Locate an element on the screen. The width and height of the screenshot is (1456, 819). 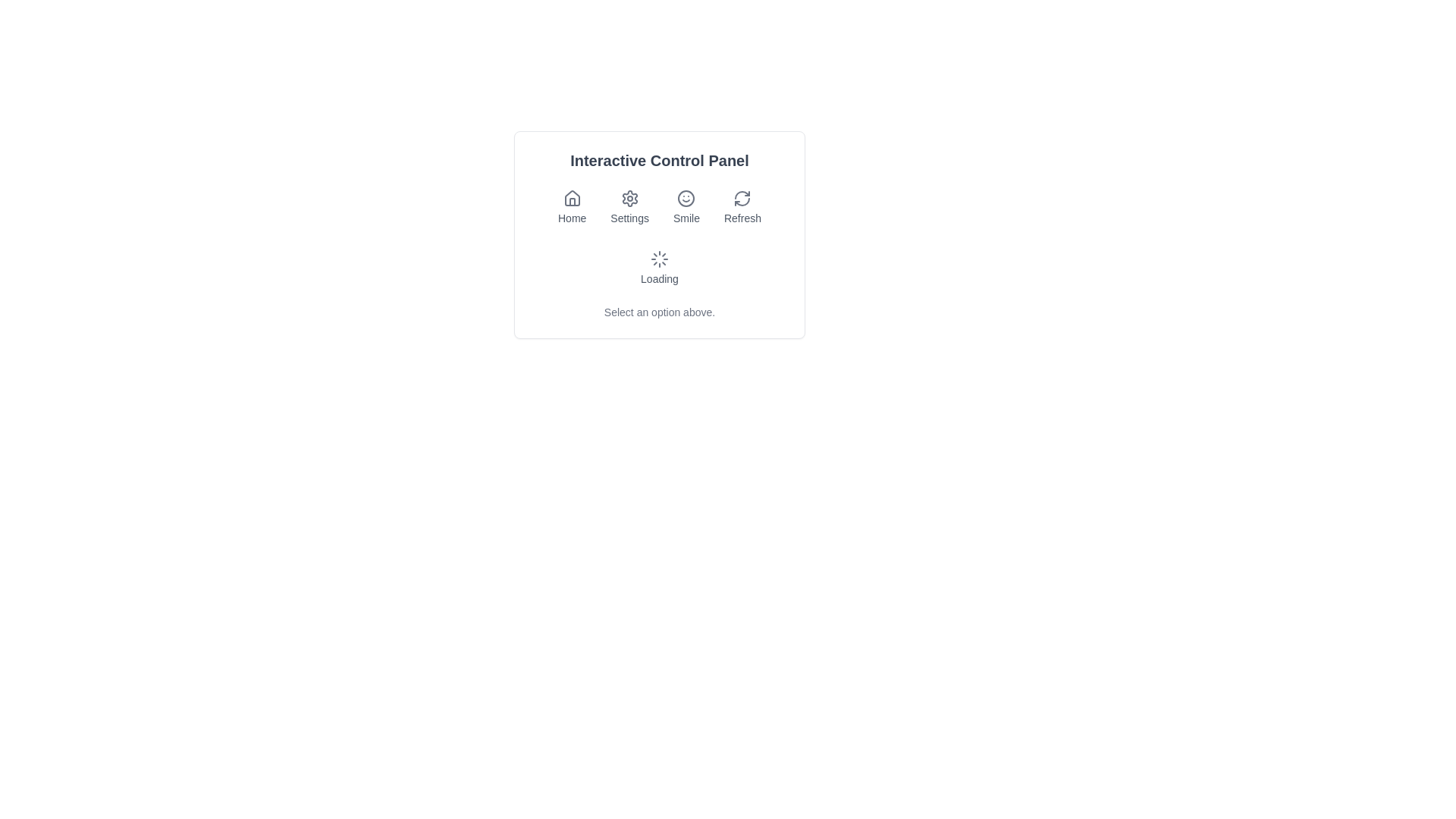
the circular decorative element within the smiley-face icon, which is part of the 'Smile' option in the control panel is located at coordinates (686, 198).